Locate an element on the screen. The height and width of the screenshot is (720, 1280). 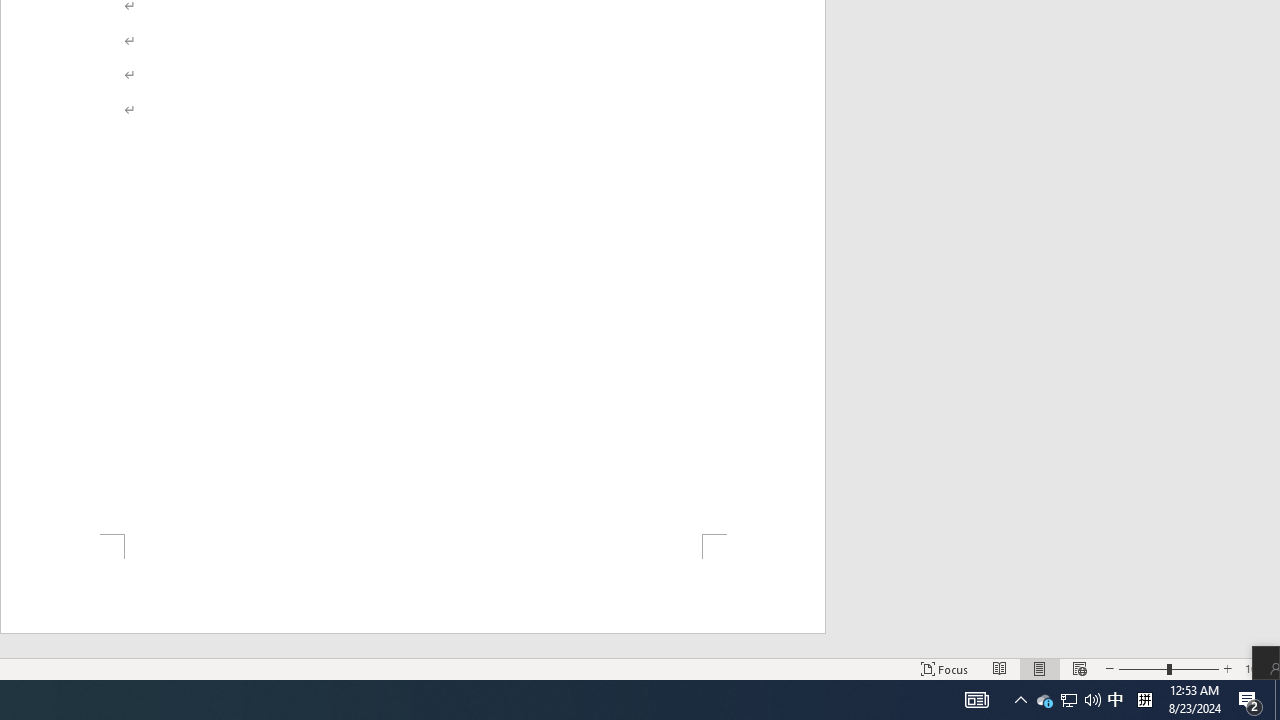
'Read Mode' is located at coordinates (1000, 669).